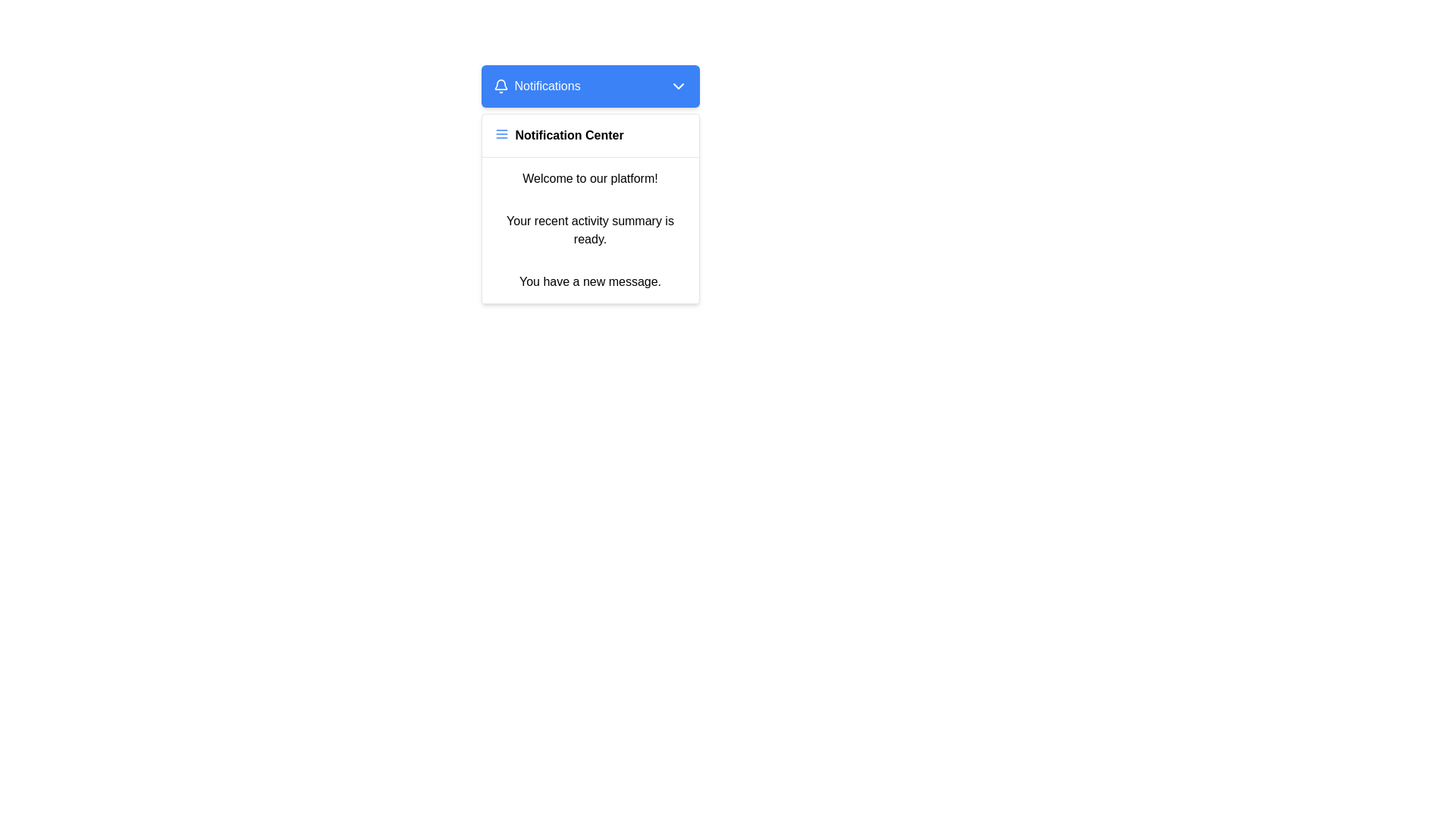  What do you see at coordinates (547, 86) in the screenshot?
I see `the 'Notifications' label, which is a bold white text on a blue background` at bounding box center [547, 86].